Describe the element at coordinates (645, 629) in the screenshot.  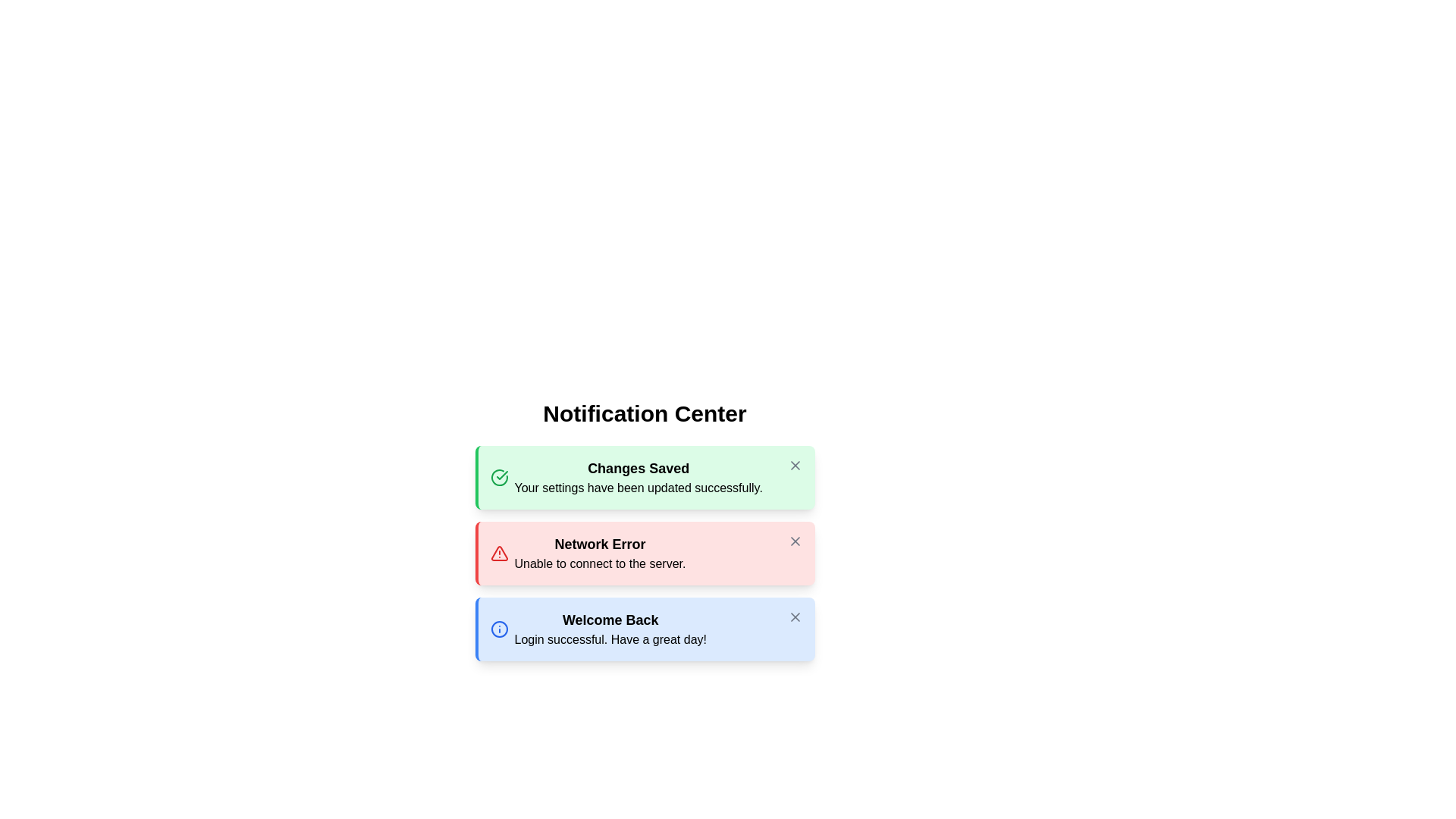
I see `text displayed in the Notification Box with the title 'Welcome Back' and the message 'Login successful. Have a great day!'` at that location.